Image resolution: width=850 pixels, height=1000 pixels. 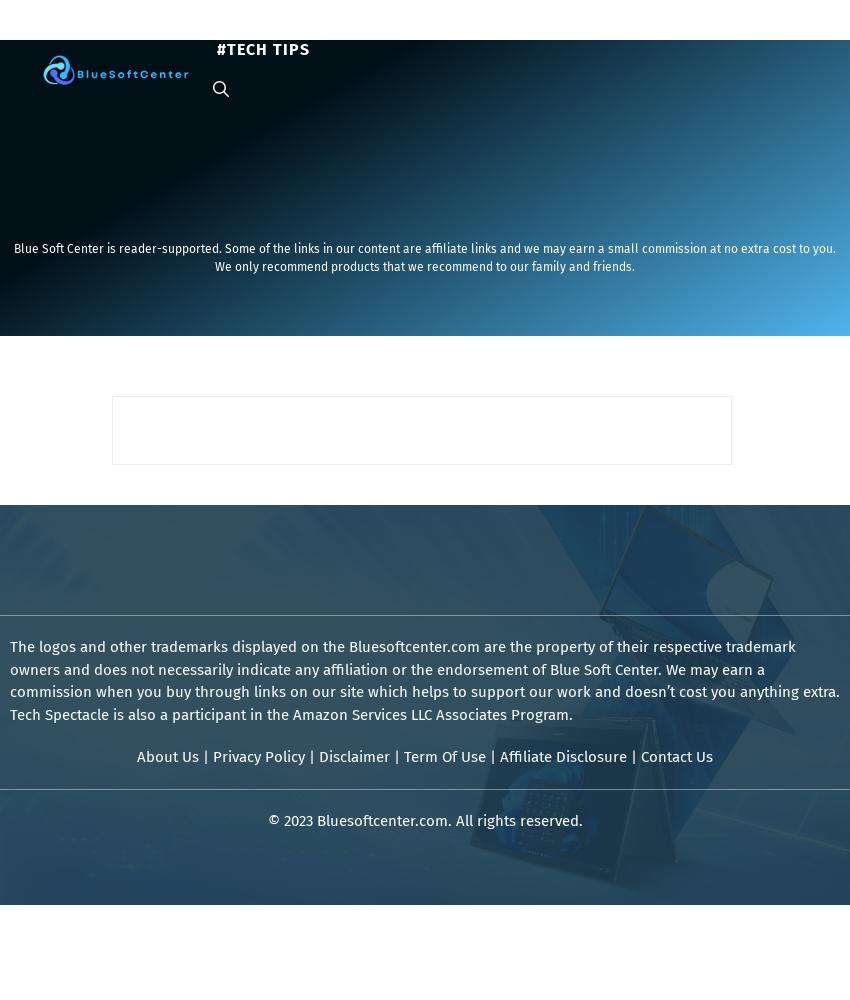 I want to click on 'Blue Soft Center is reader-supported. Some of the links in our content are affiliate links and we may earn a small commission at no extra cost to you.', so click(x=425, y=248).